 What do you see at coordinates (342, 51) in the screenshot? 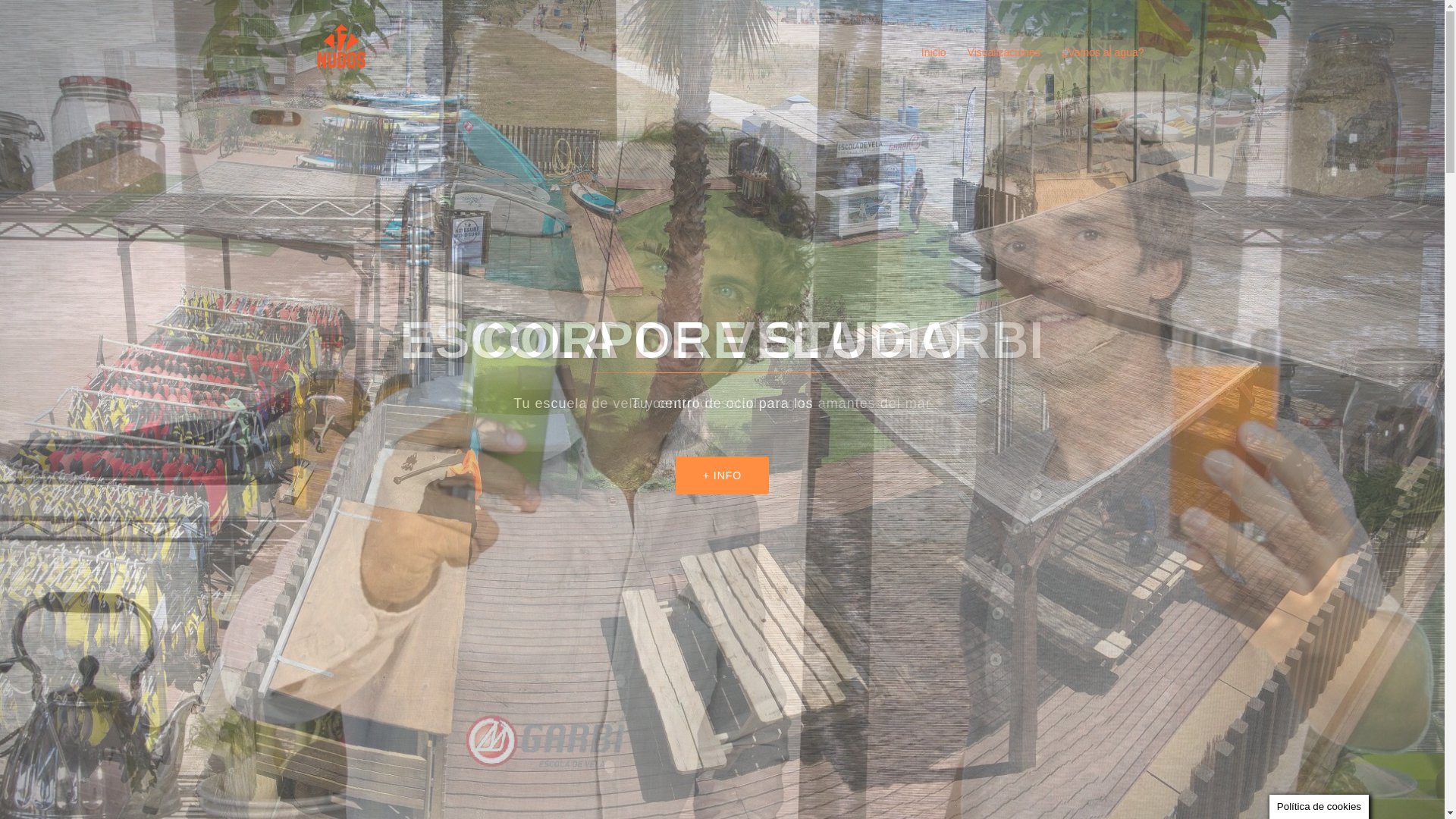
I see `'17nudos'` at bounding box center [342, 51].